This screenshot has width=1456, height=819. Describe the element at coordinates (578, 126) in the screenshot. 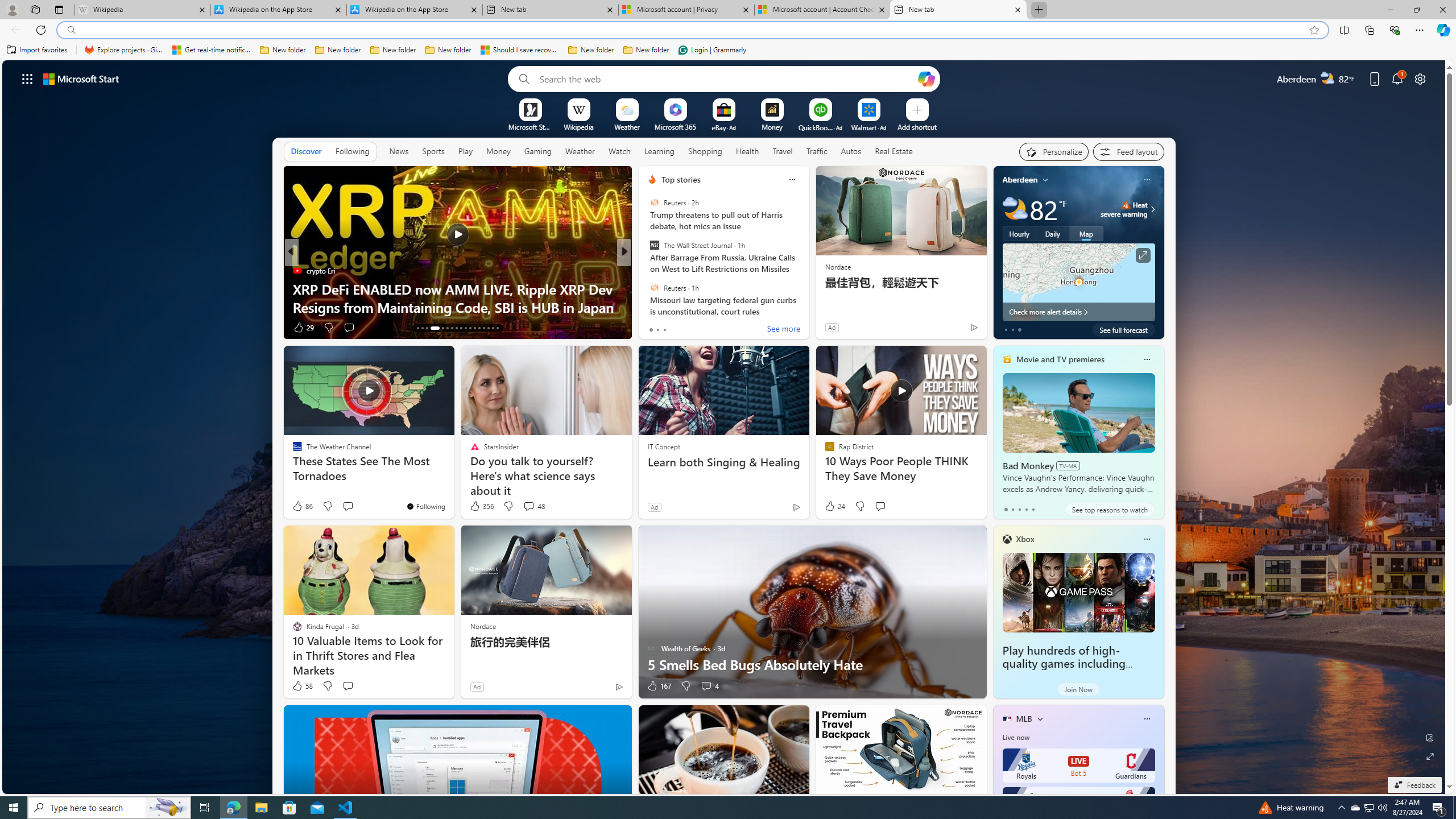

I see `'Wikipedia'` at that location.